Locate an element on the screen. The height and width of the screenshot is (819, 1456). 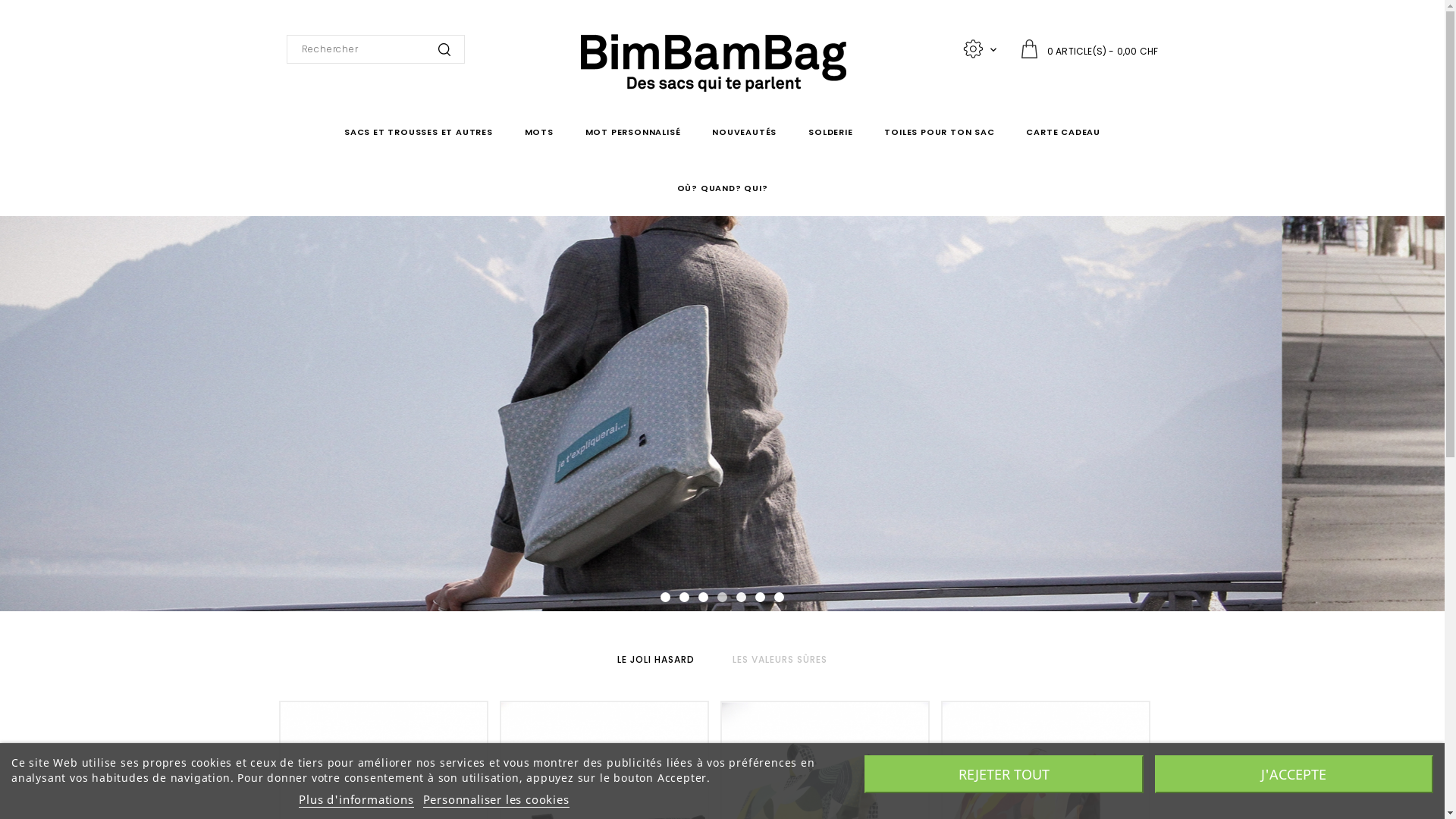
'shopping_cart is located at coordinates (1088, 49).